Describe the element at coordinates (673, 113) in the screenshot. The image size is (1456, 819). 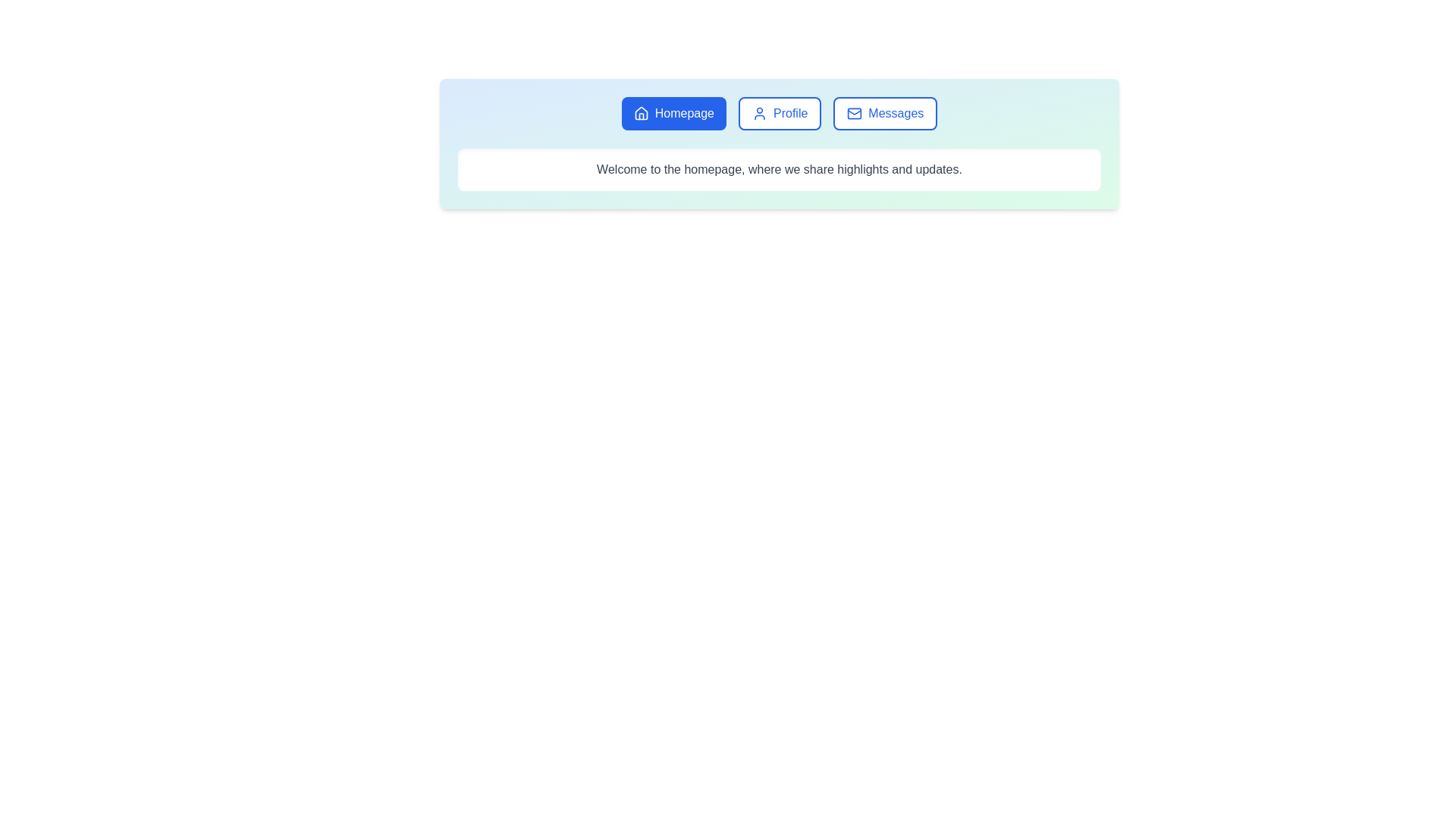
I see `the tab labeled 'Homepage' to switch to it` at that location.